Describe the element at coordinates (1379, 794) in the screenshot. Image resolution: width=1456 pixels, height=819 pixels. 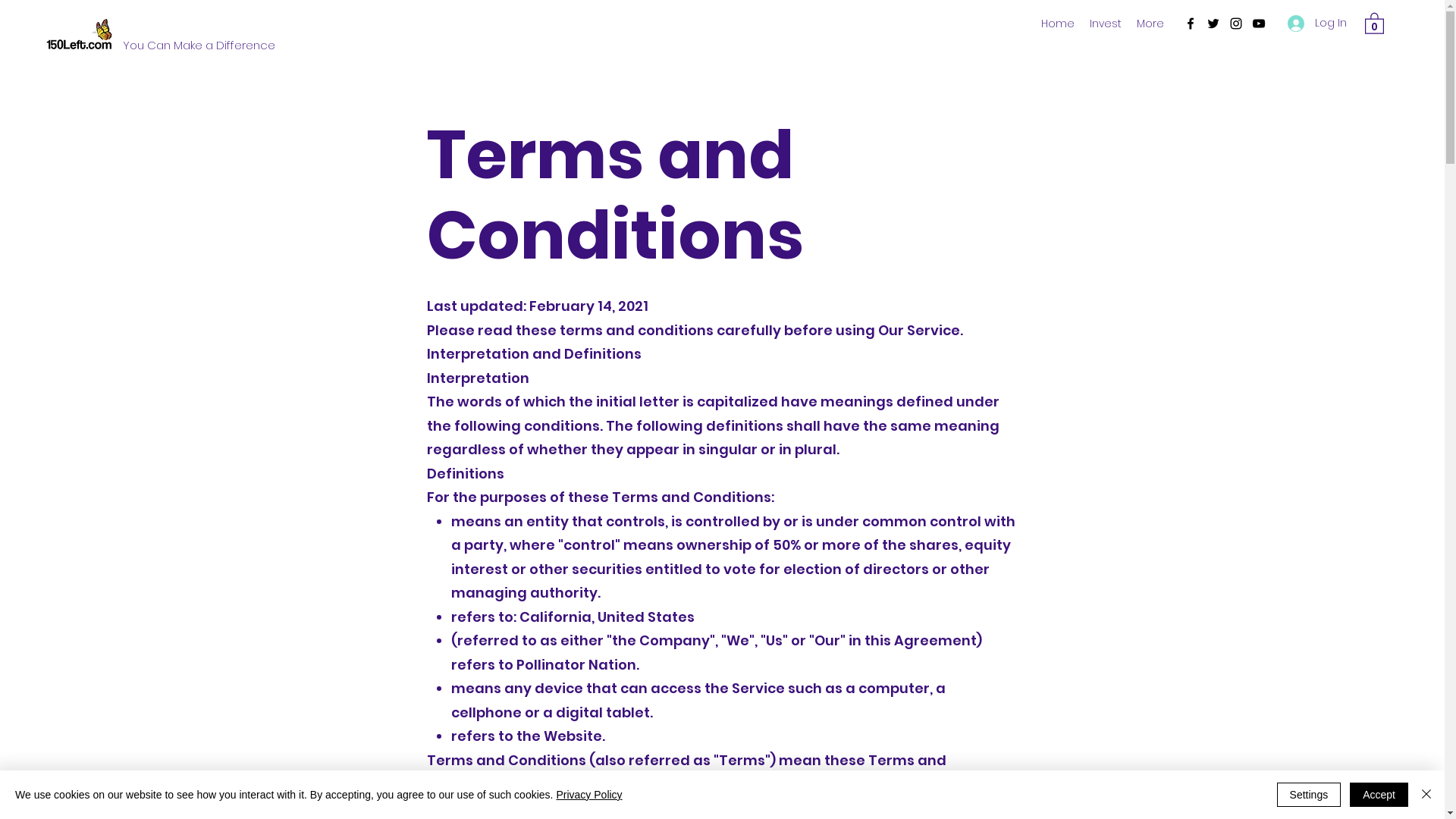
I see `'Accept'` at that location.